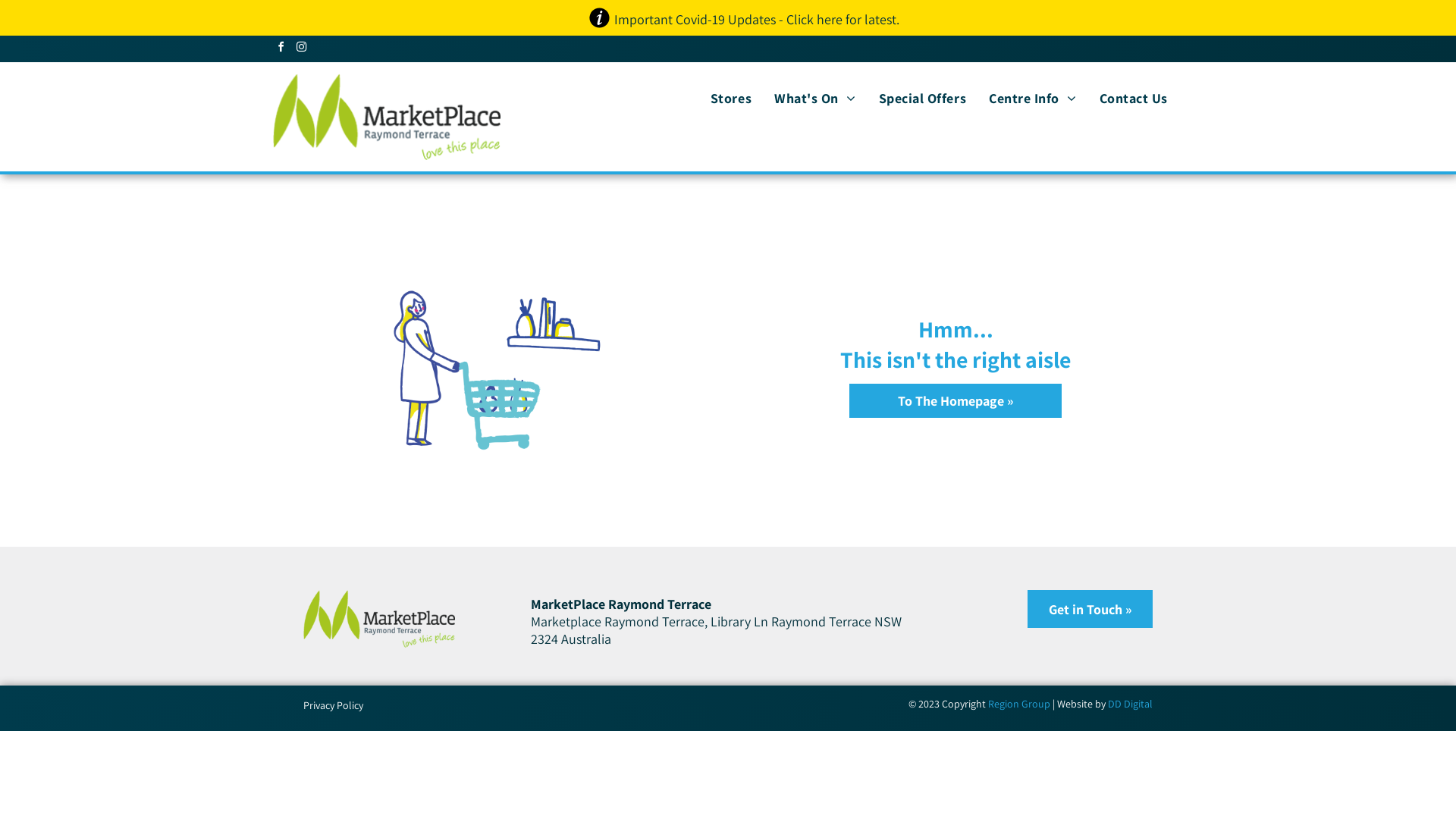 The height and width of the screenshot is (819, 1456). What do you see at coordinates (332, 704) in the screenshot?
I see `'Privacy Policy'` at bounding box center [332, 704].